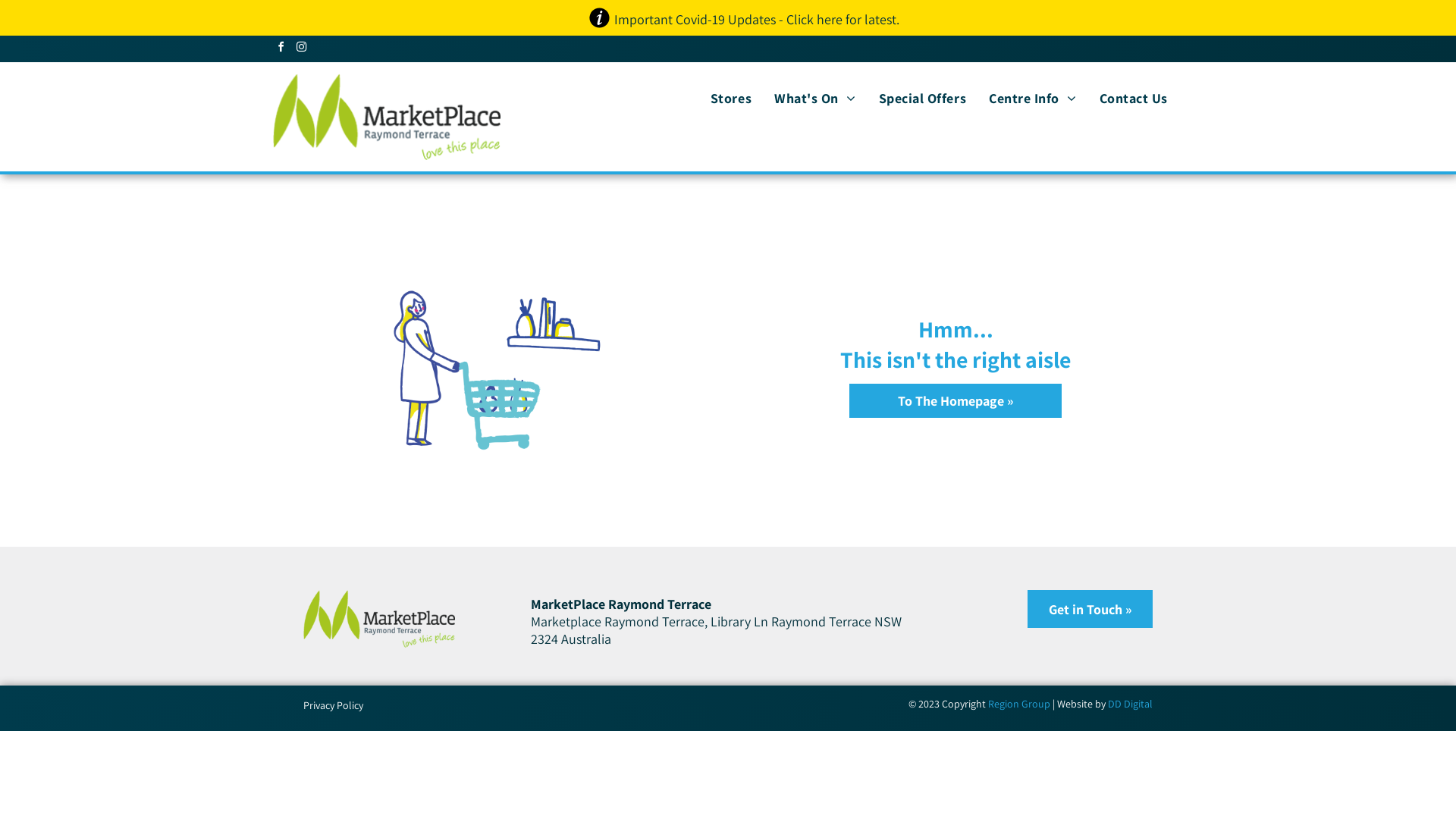 The height and width of the screenshot is (819, 1456). What do you see at coordinates (332, 704) in the screenshot?
I see `'Privacy Policy'` at bounding box center [332, 704].